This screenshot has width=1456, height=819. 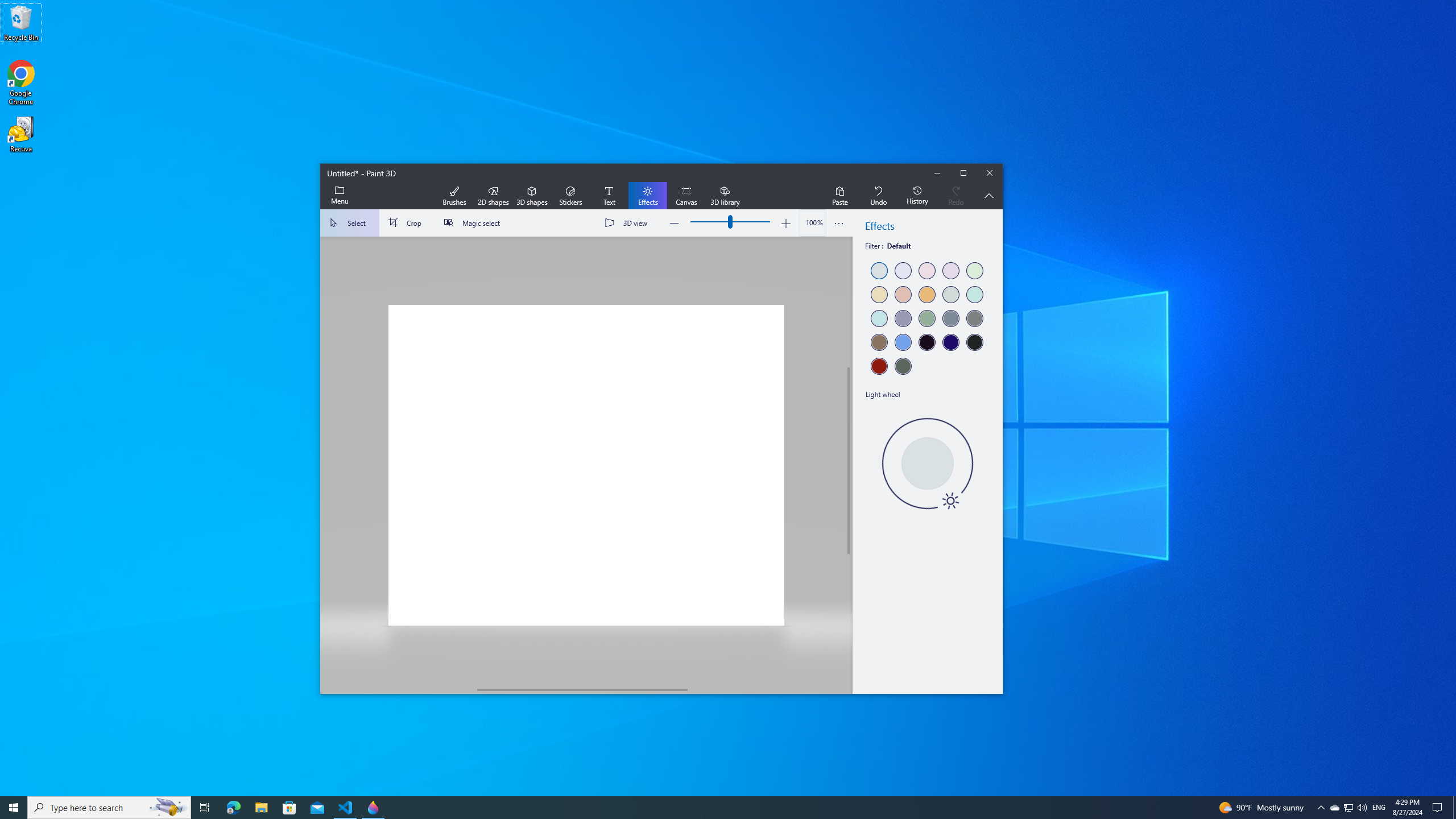 What do you see at coordinates (1379, 806) in the screenshot?
I see `'Tray Input Indicator - English (United States)'` at bounding box center [1379, 806].